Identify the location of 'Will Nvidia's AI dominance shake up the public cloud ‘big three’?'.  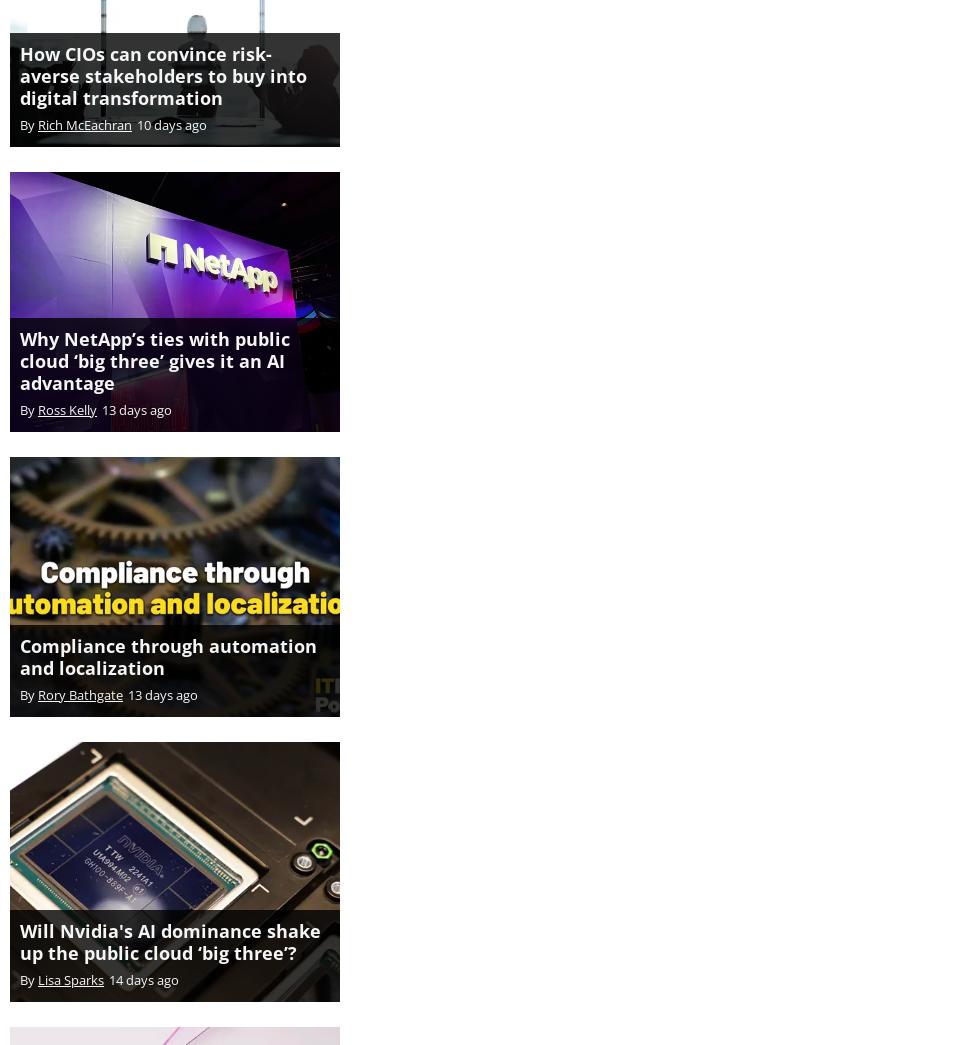
(19, 920).